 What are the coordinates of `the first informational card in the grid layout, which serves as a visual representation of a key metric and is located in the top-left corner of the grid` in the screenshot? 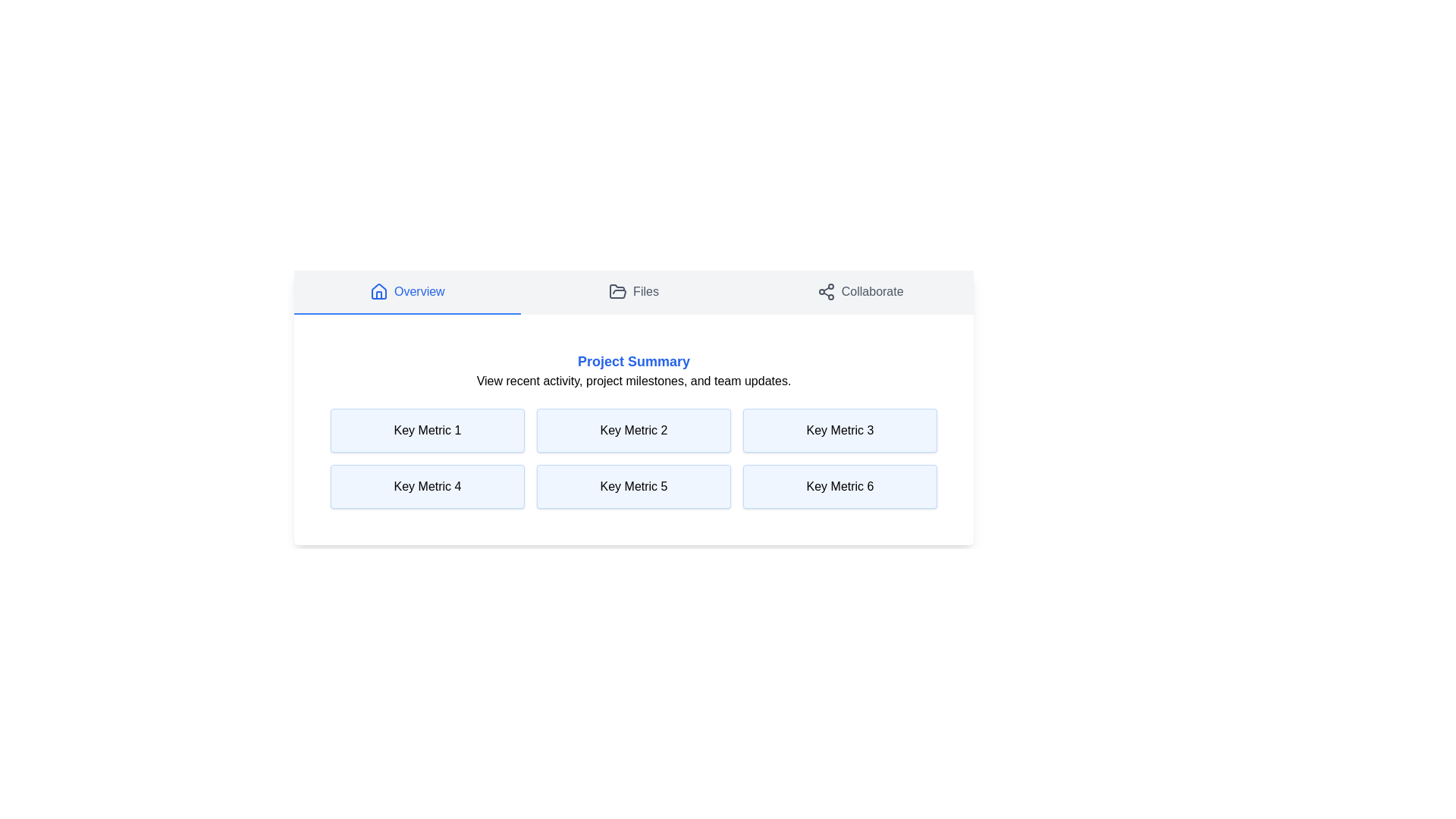 It's located at (427, 430).